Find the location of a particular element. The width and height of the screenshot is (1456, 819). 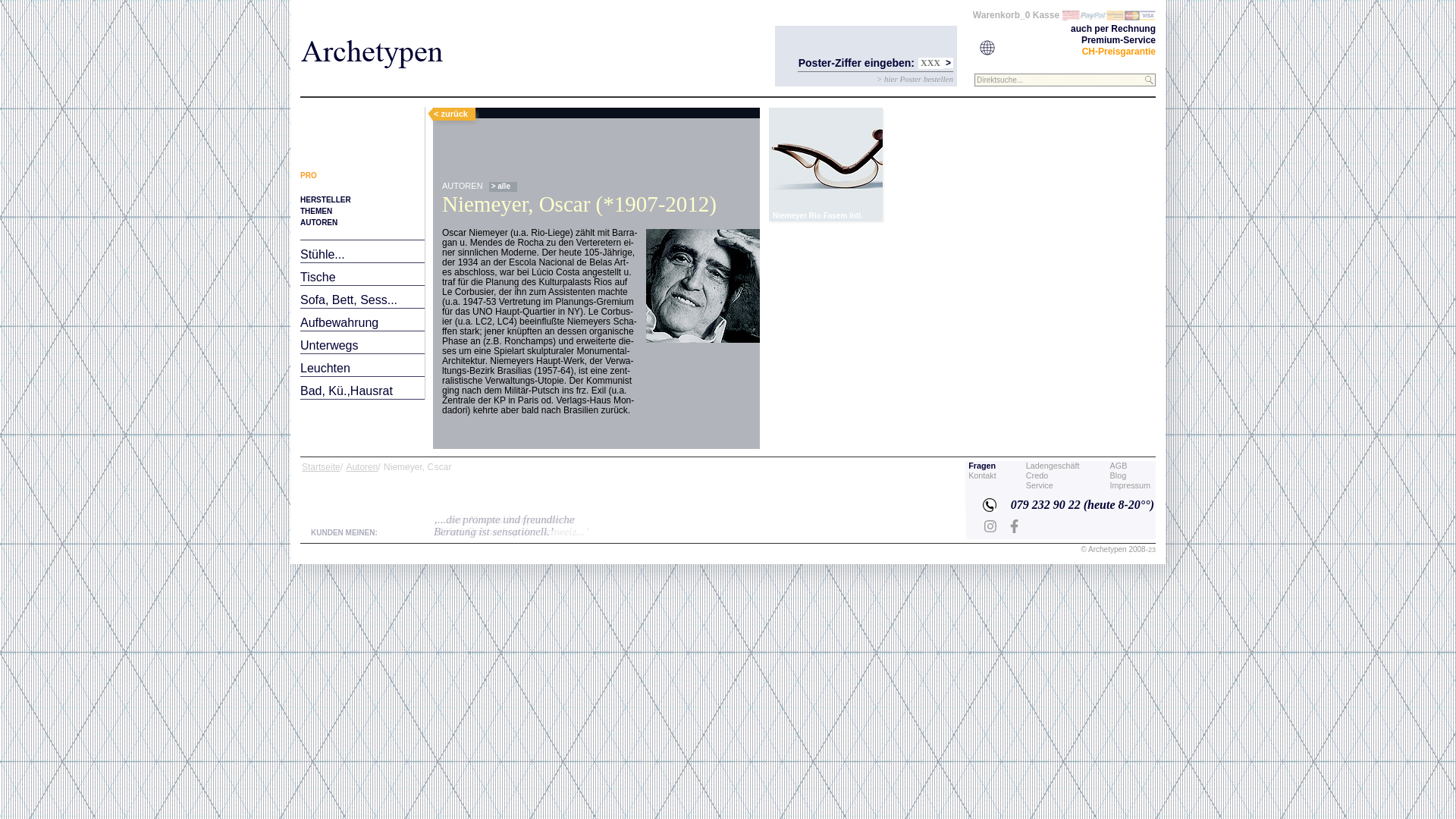

'Aufbewahrung' is located at coordinates (338, 322).